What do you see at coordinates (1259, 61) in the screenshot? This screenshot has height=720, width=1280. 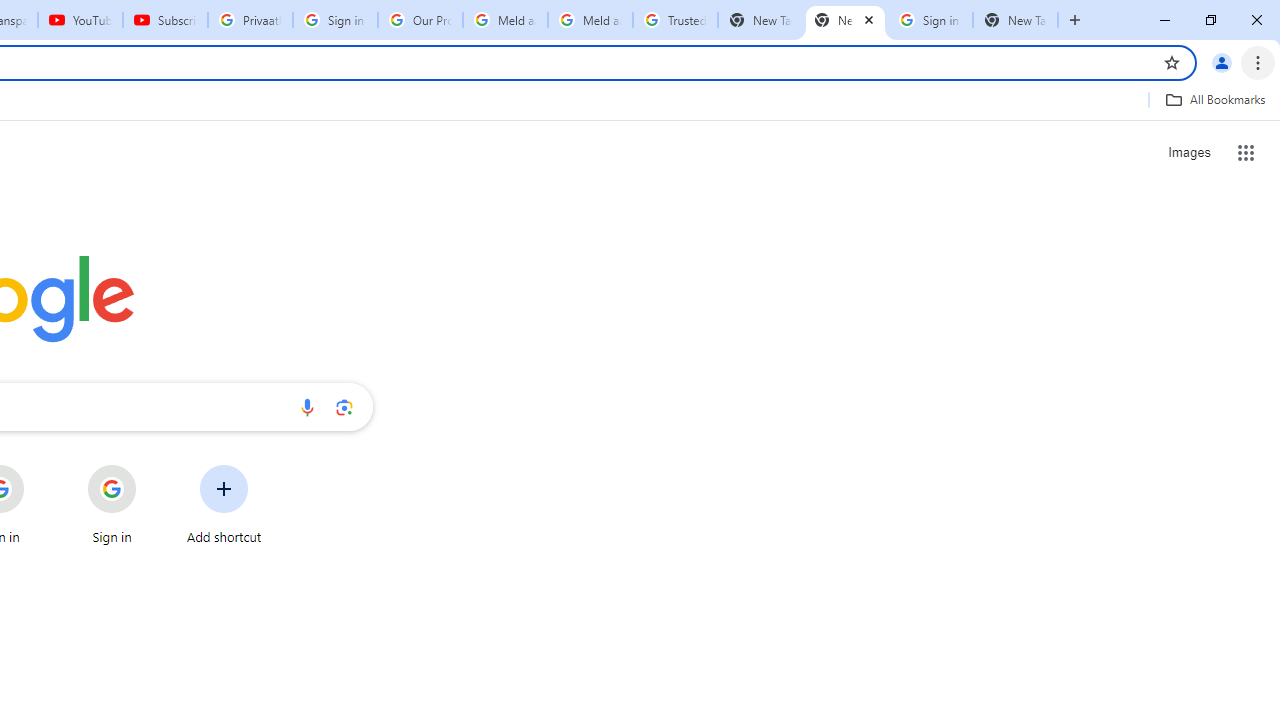 I see `'Chrome'` at bounding box center [1259, 61].